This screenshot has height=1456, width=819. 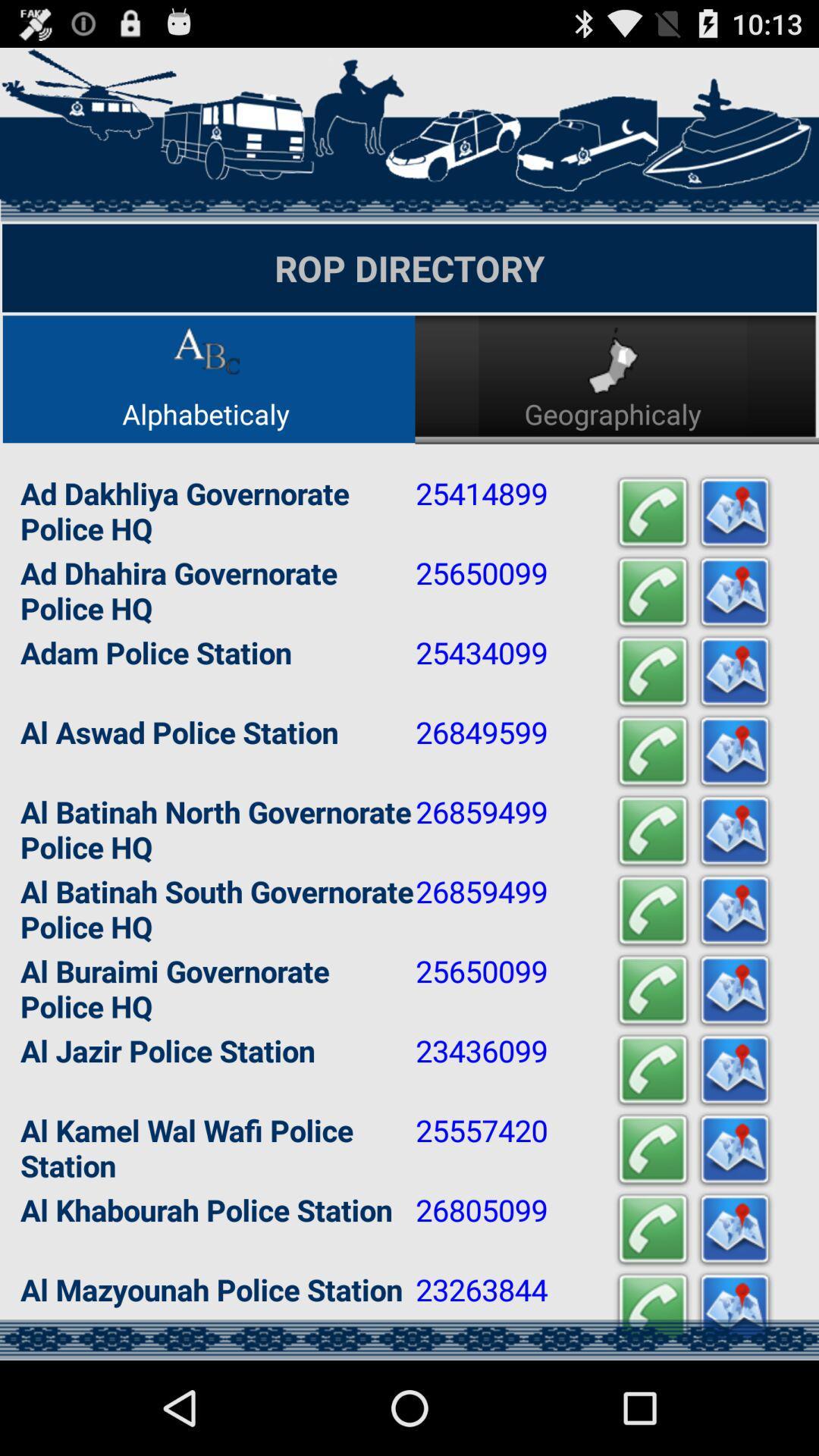 I want to click on the wallpaper icon, so click(x=733, y=1230).